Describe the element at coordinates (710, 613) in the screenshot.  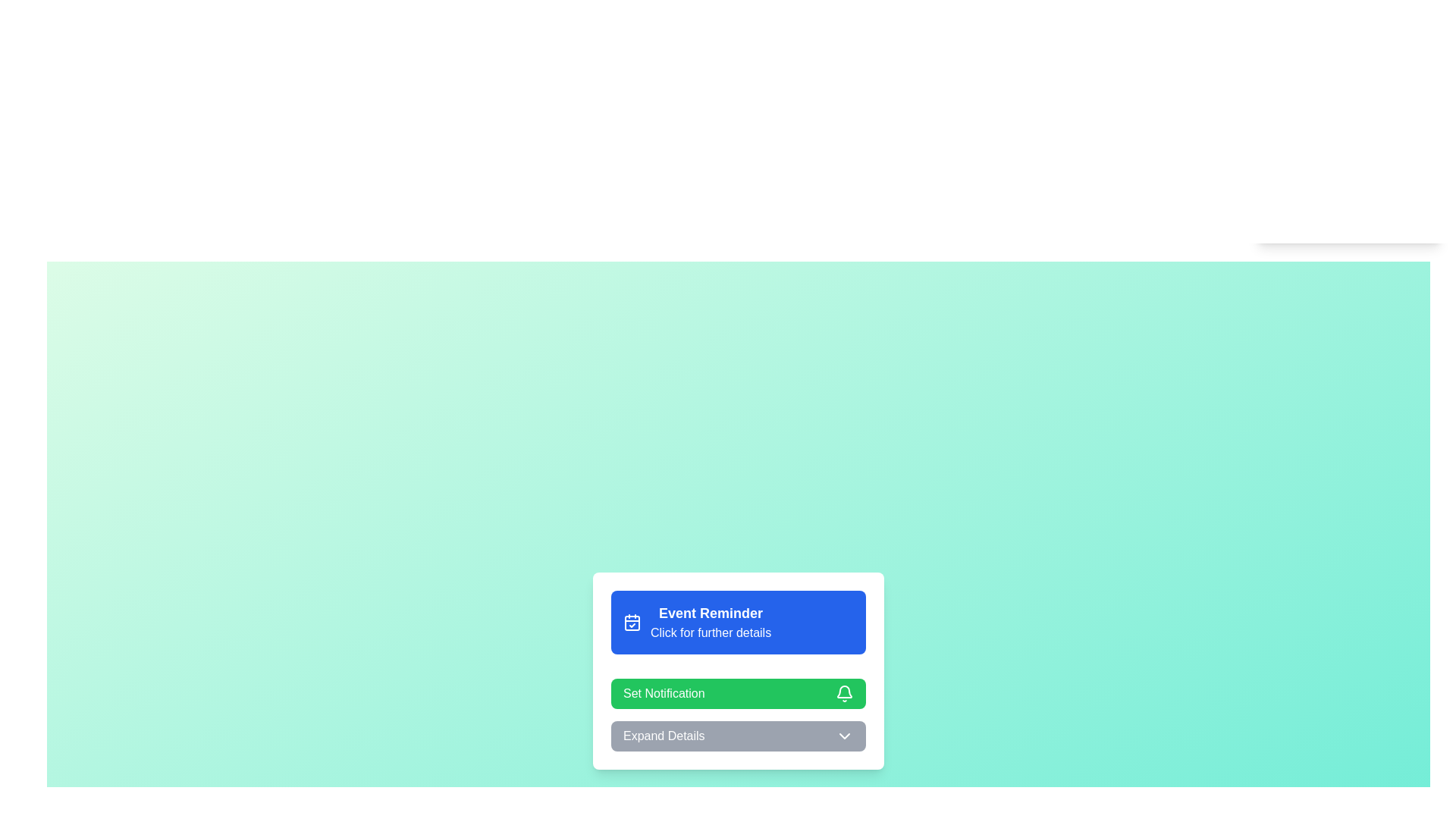
I see `the static text heading that reads 'Event Reminder', which is styled with bold white text against a blue background, positioned at the top of a blue section within the card interface` at that location.